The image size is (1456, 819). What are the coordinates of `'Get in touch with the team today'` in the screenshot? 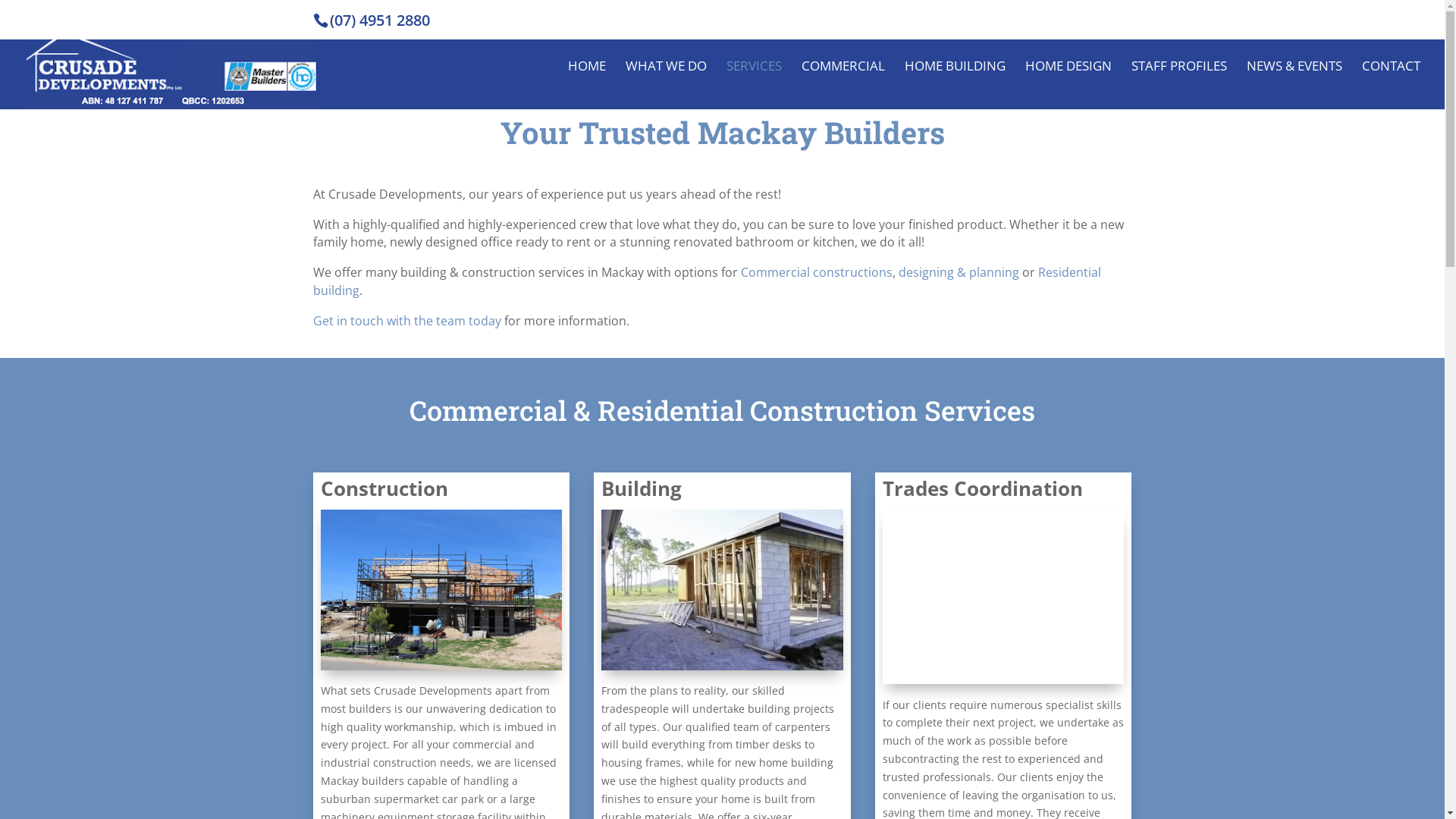 It's located at (406, 320).